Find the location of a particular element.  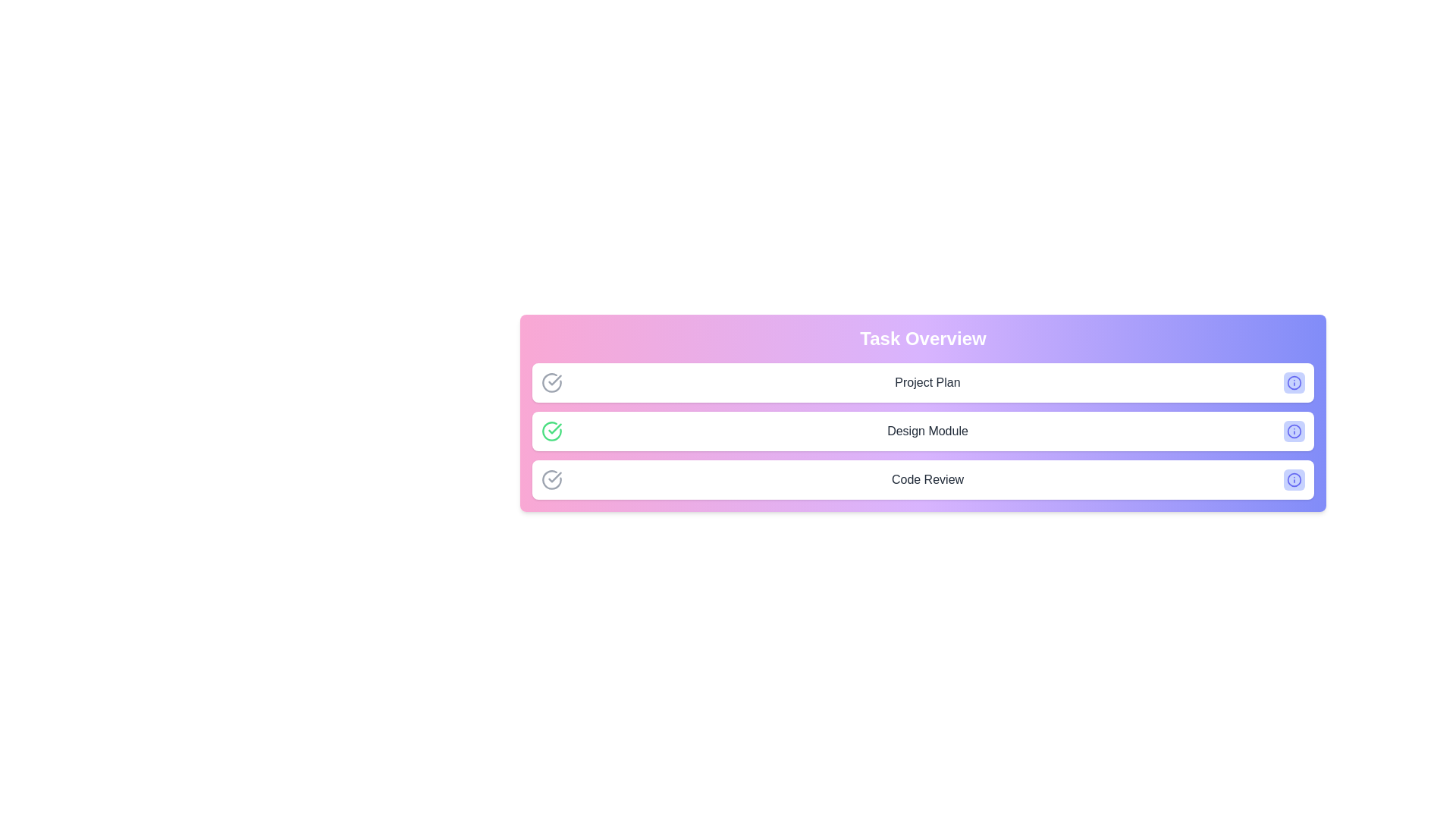

the 'Info' button corresponding to the task Project Plan is located at coordinates (1294, 382).